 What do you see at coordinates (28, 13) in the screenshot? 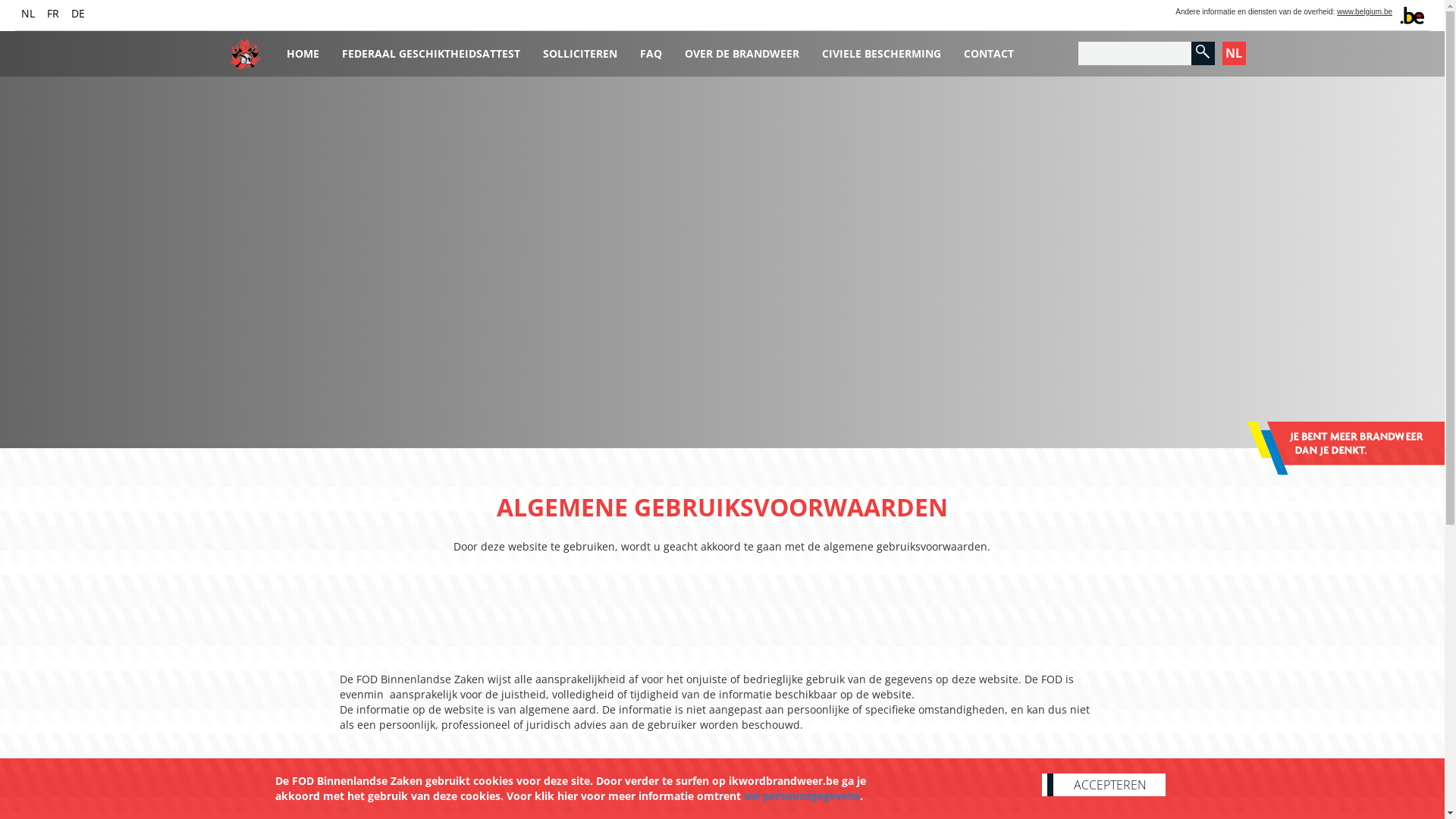
I see `'NL'` at bounding box center [28, 13].